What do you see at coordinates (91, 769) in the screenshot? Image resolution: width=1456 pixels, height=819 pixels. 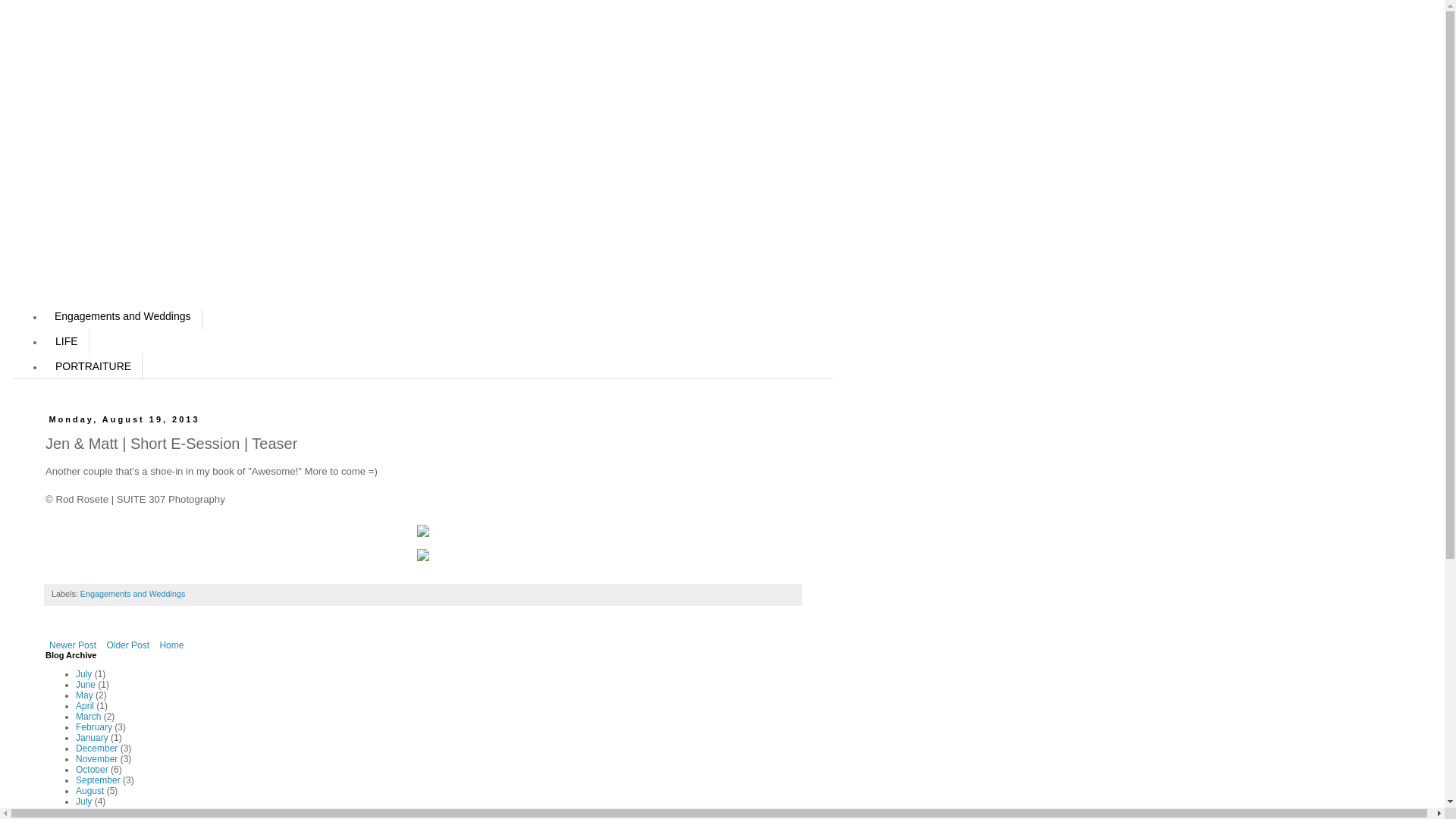 I see `'October'` at bounding box center [91, 769].